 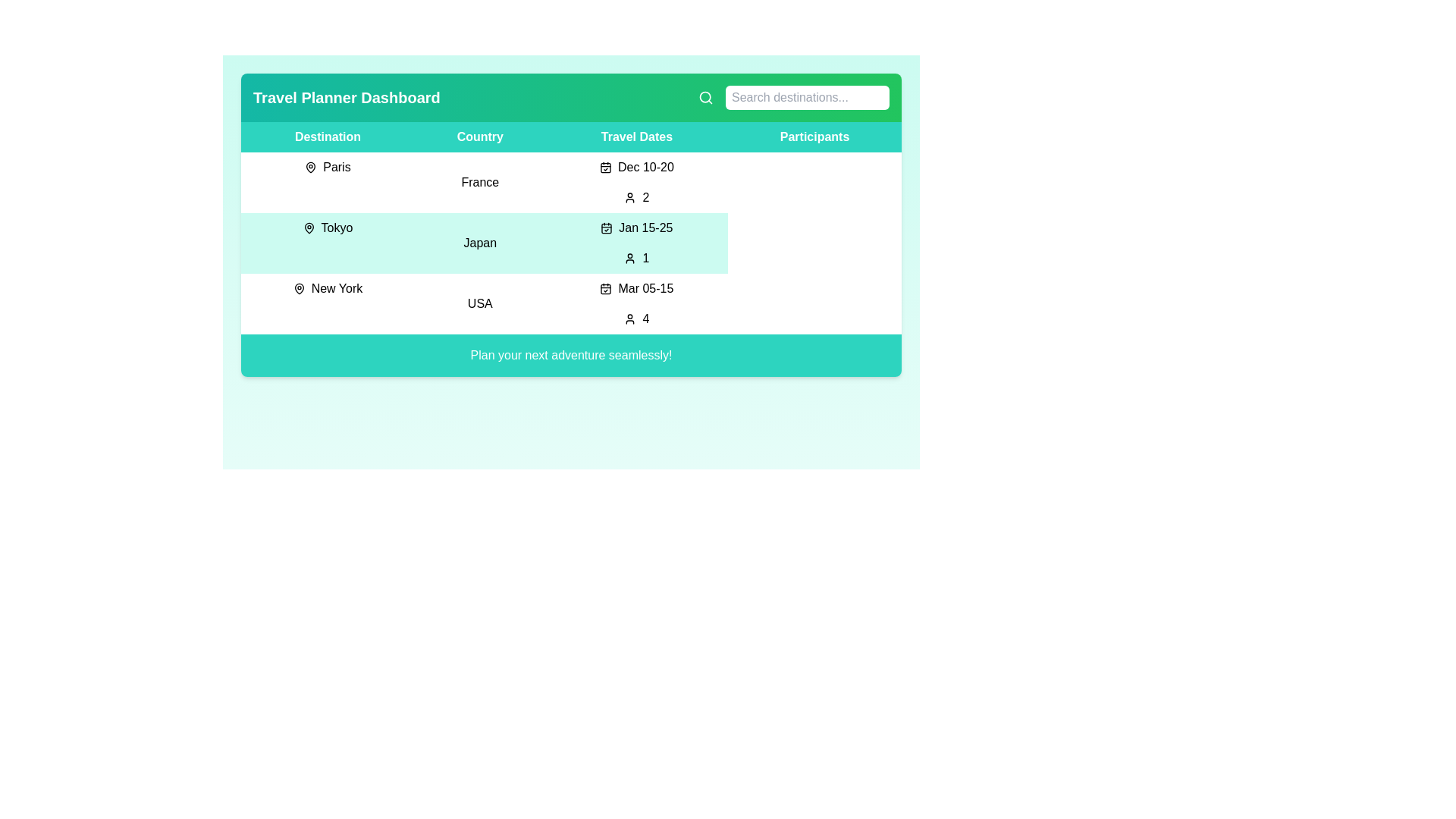 What do you see at coordinates (637, 227) in the screenshot?
I see `the Text Display with Icon that shows the travel date range for the itinerary entry corresponding to 'Tokyo, Japan' in the travel planner table` at bounding box center [637, 227].